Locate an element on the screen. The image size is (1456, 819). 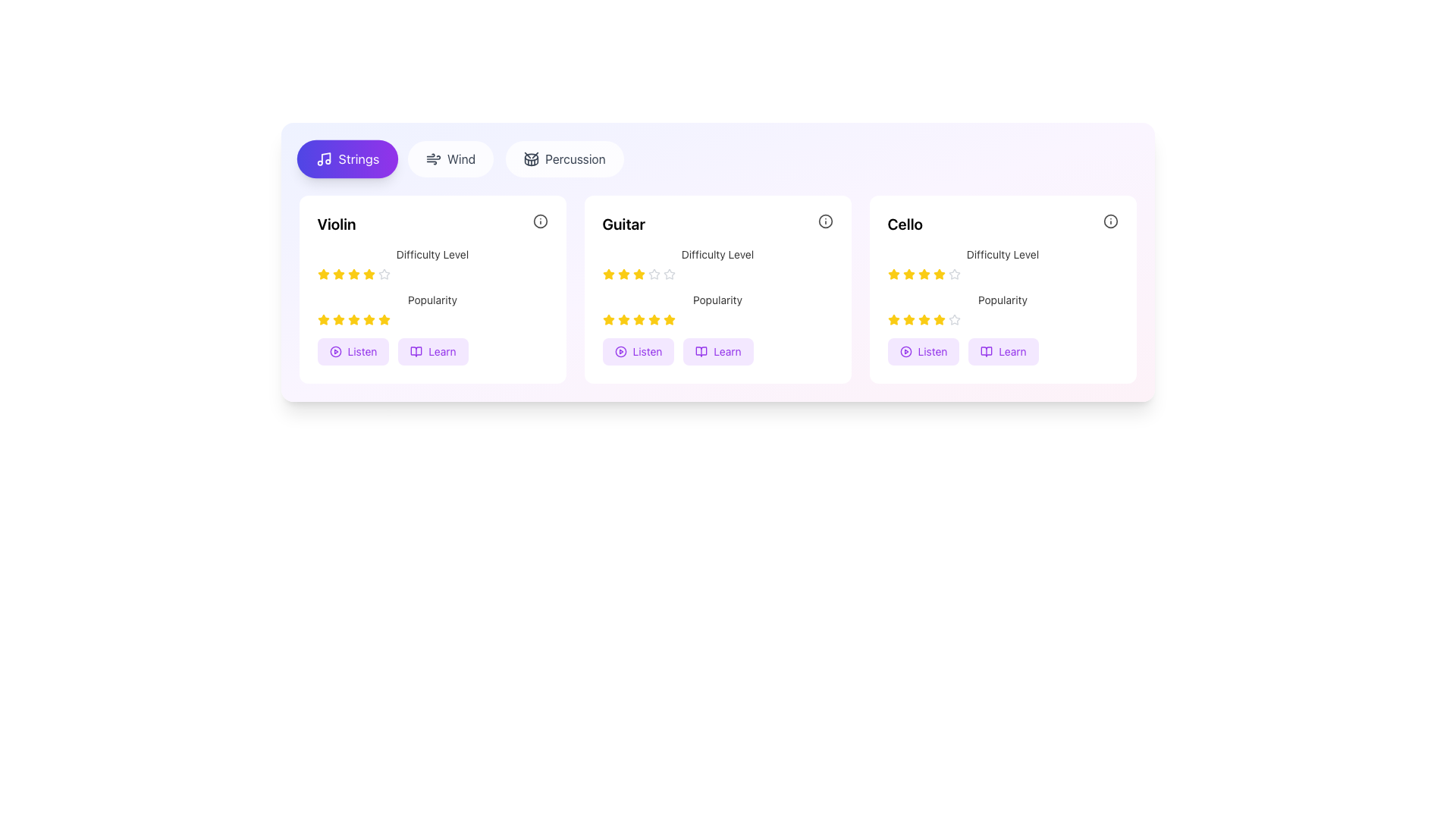
the 'Listen' button with a light purple background and a play icon located in the 'Cello' card to play an audio sample is located at coordinates (923, 351).